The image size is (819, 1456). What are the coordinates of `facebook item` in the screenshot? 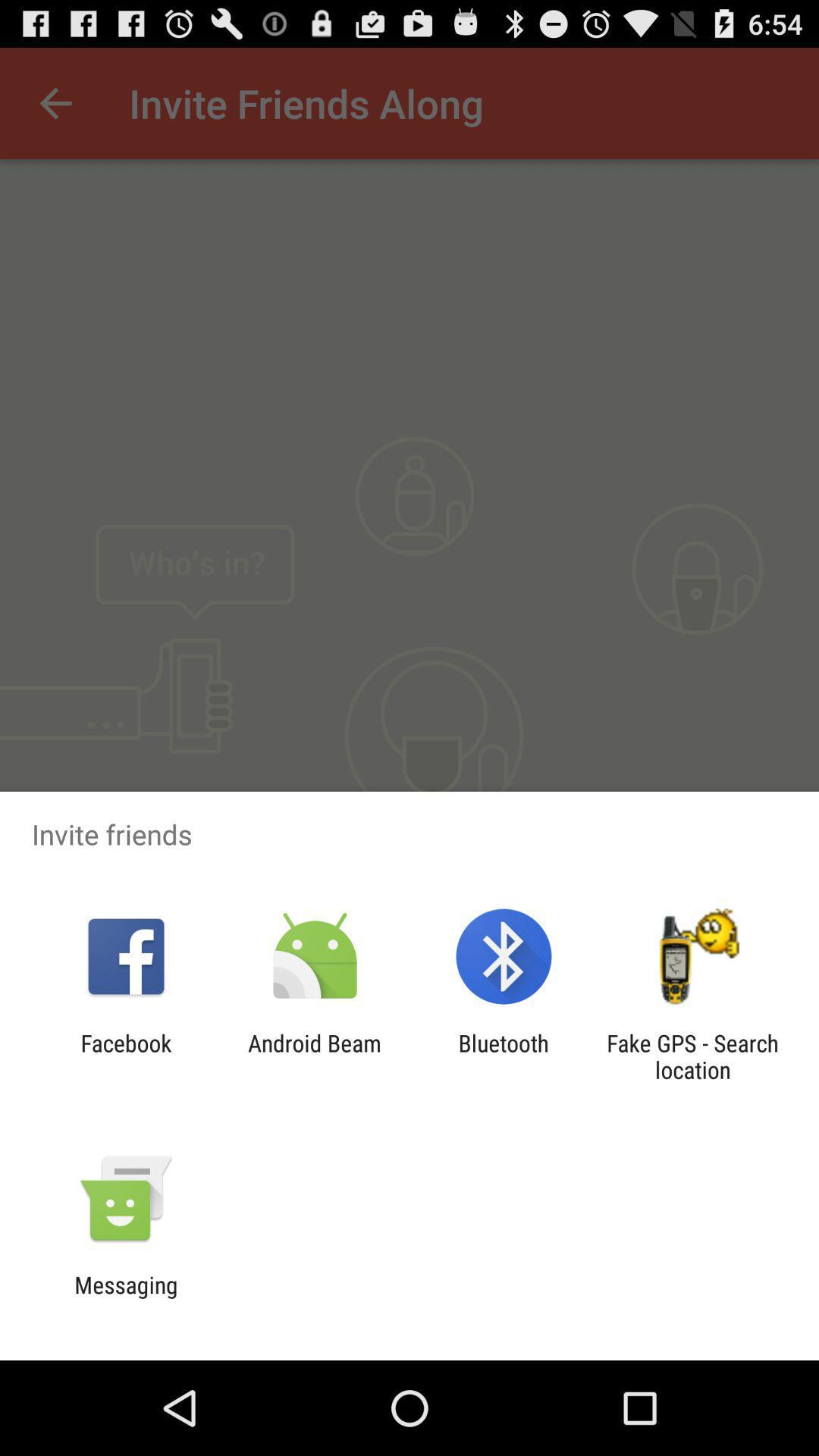 It's located at (125, 1056).